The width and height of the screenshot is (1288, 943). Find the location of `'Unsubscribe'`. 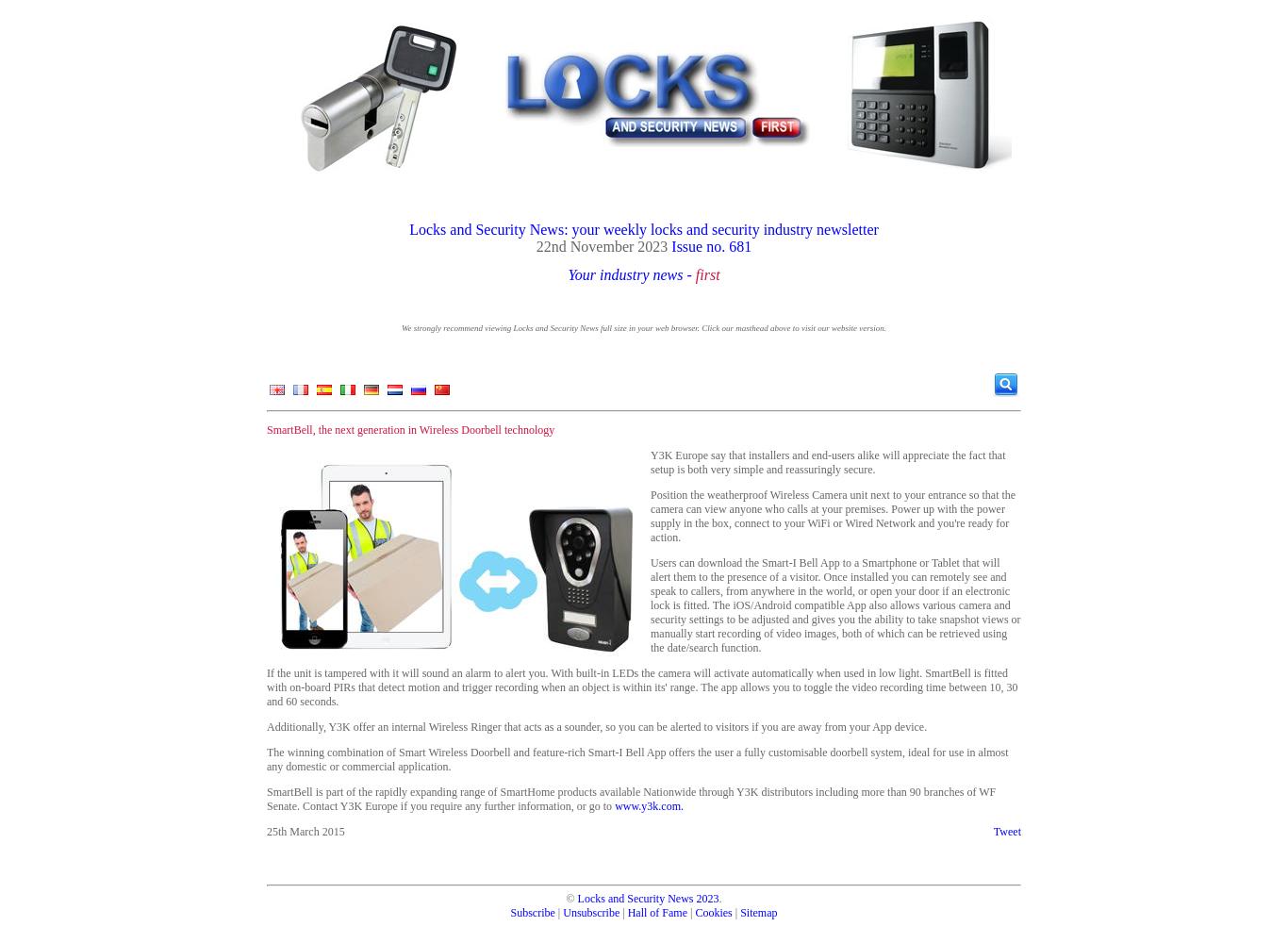

'Unsubscribe' is located at coordinates (589, 912).